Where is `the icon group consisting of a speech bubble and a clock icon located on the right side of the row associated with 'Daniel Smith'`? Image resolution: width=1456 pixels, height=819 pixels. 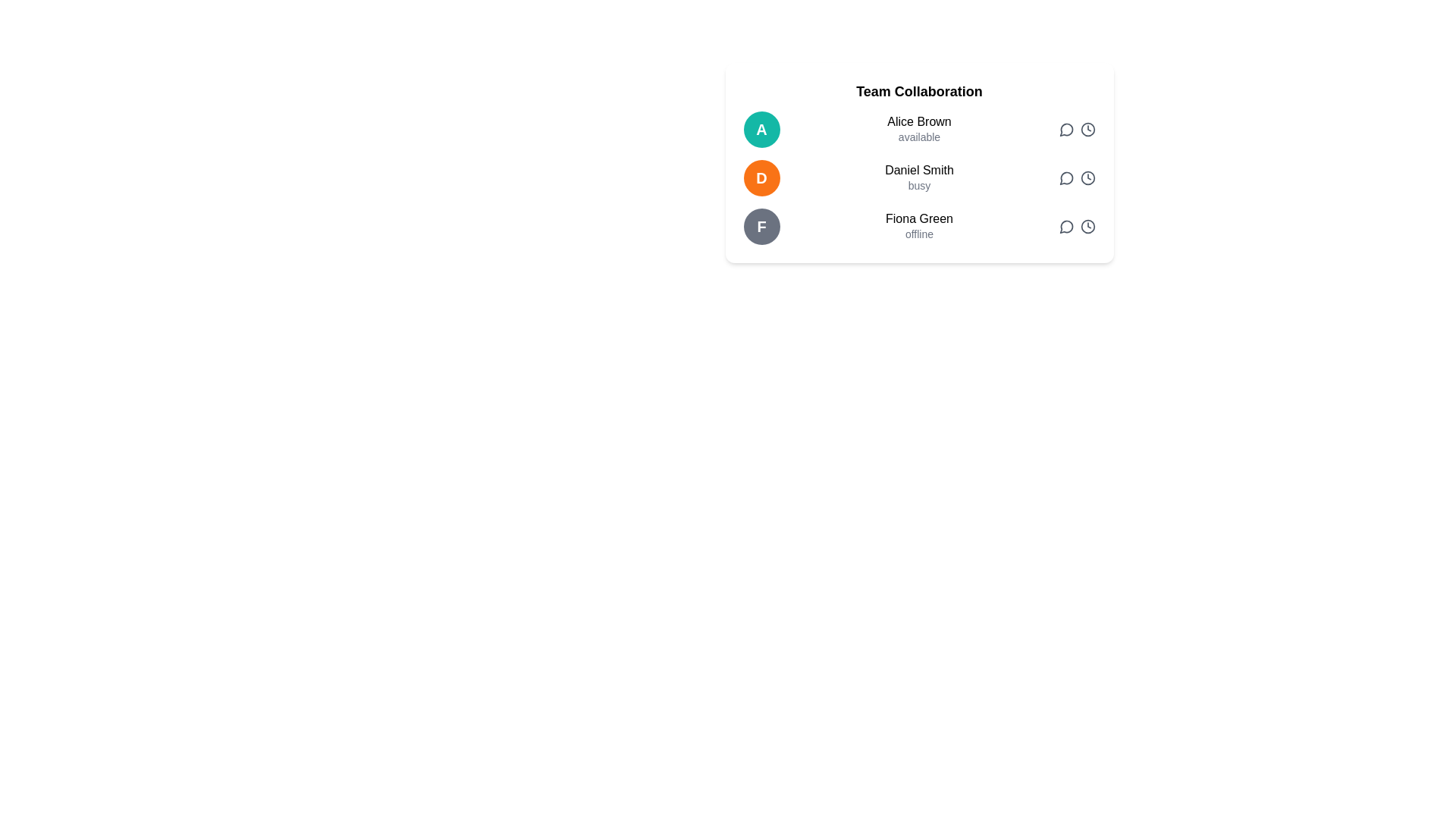
the icon group consisting of a speech bubble and a clock icon located on the right side of the row associated with 'Daniel Smith' is located at coordinates (1076, 177).